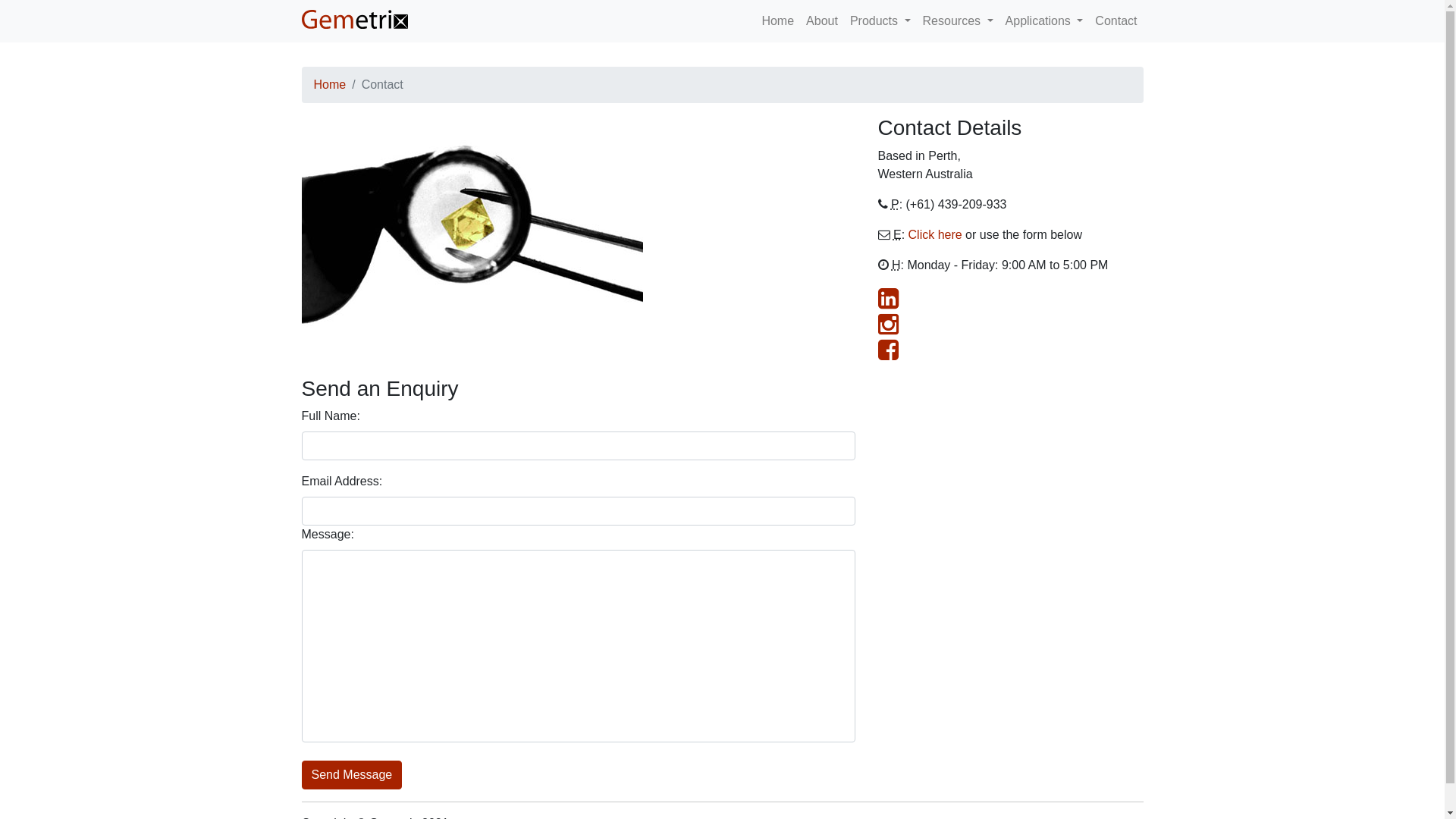  I want to click on 'Products', so click(843, 20).